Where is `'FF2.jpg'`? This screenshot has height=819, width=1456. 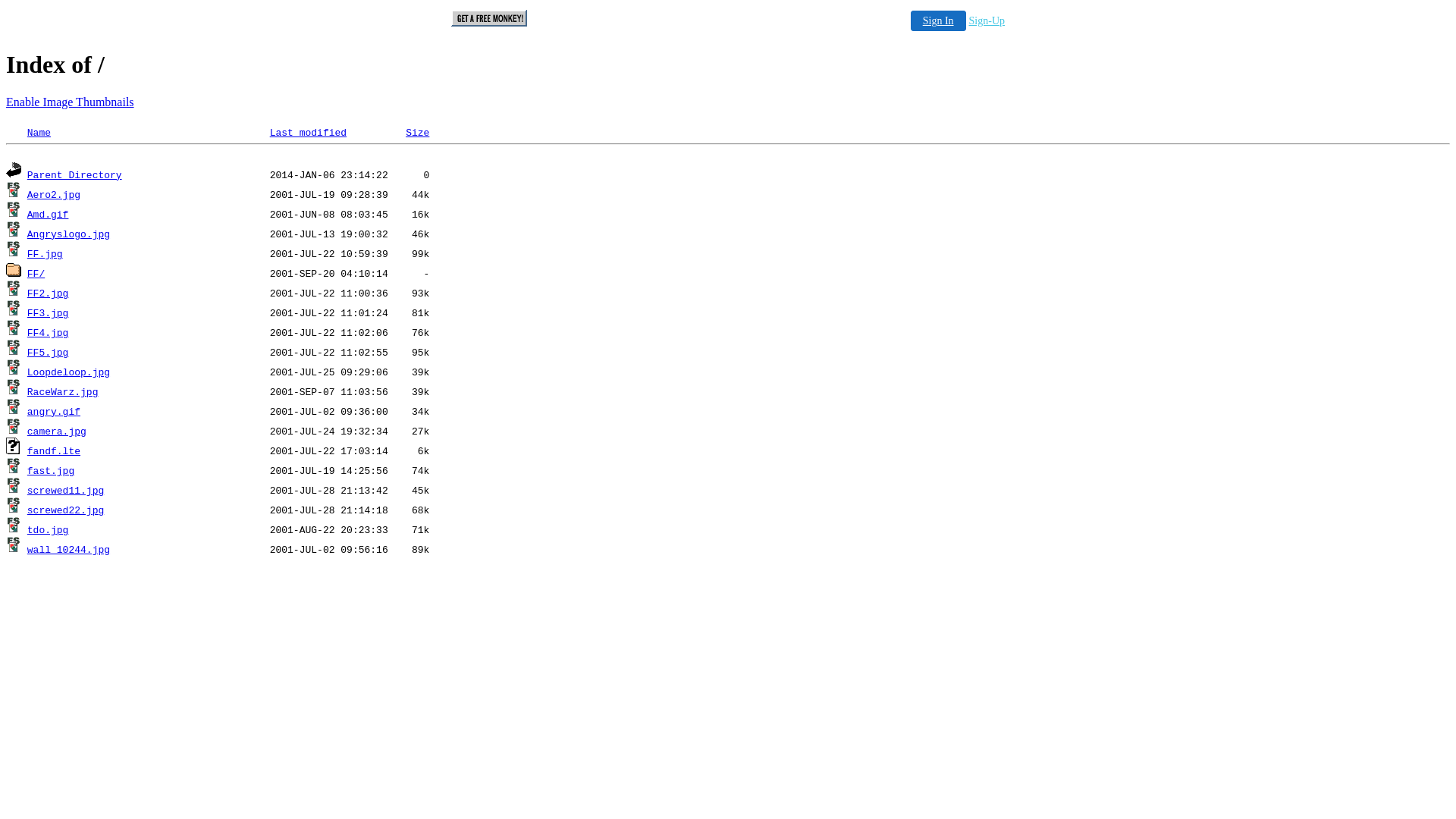 'FF2.jpg' is located at coordinates (48, 293).